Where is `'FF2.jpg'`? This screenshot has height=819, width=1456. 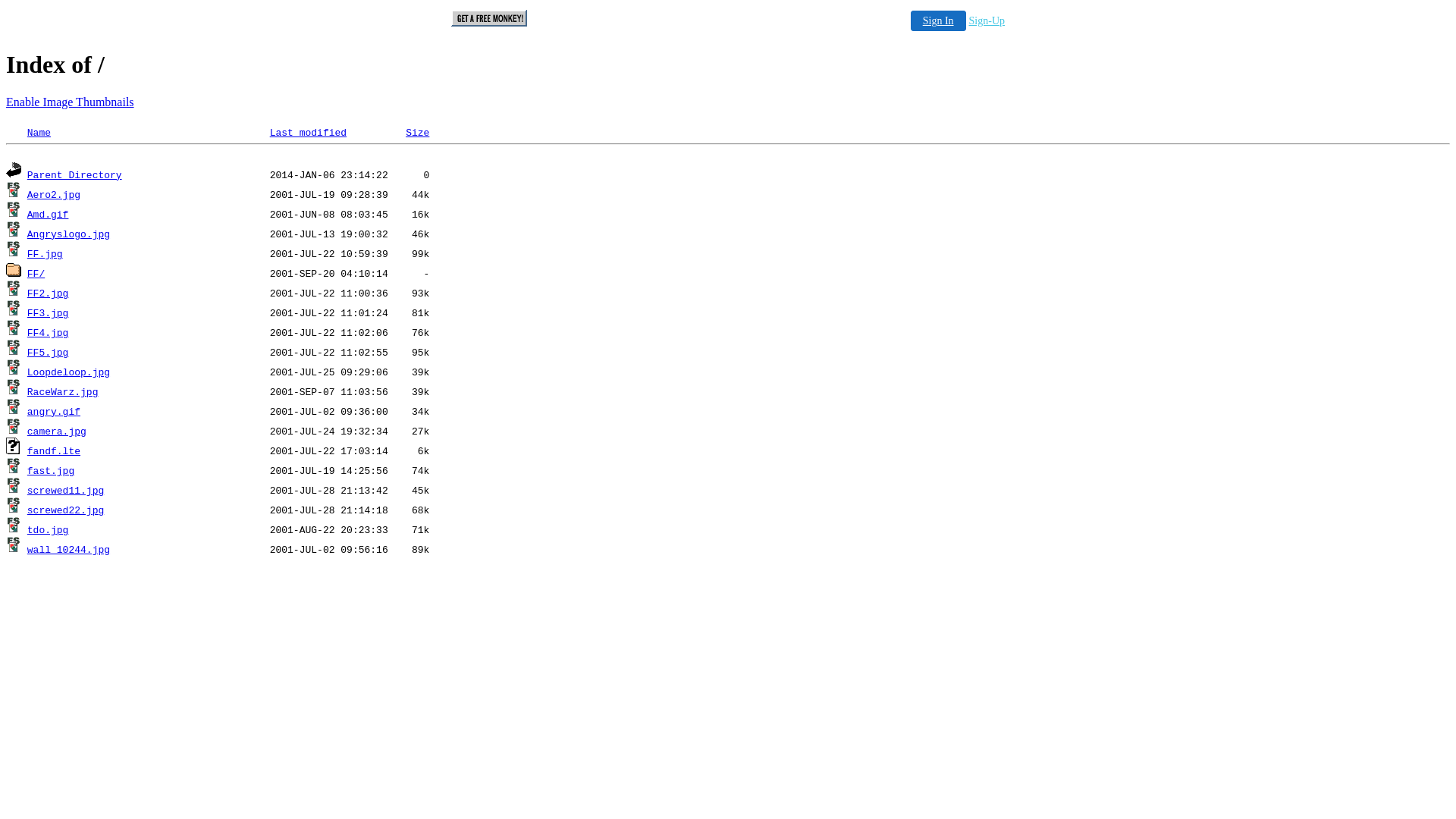 'FF2.jpg' is located at coordinates (48, 293).